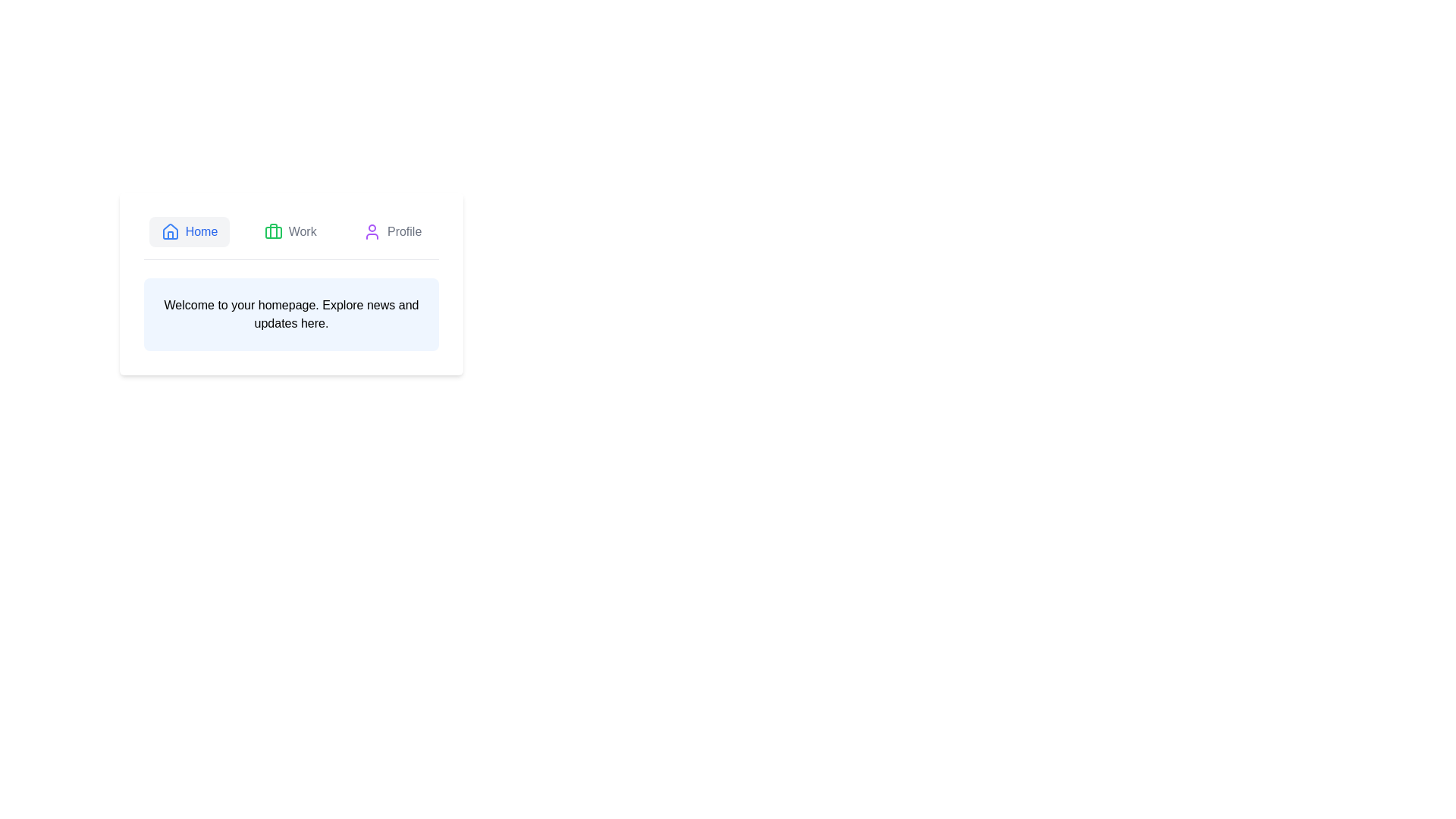 Image resolution: width=1456 pixels, height=819 pixels. Describe the element at coordinates (290, 231) in the screenshot. I see `the Work tab to view its content` at that location.